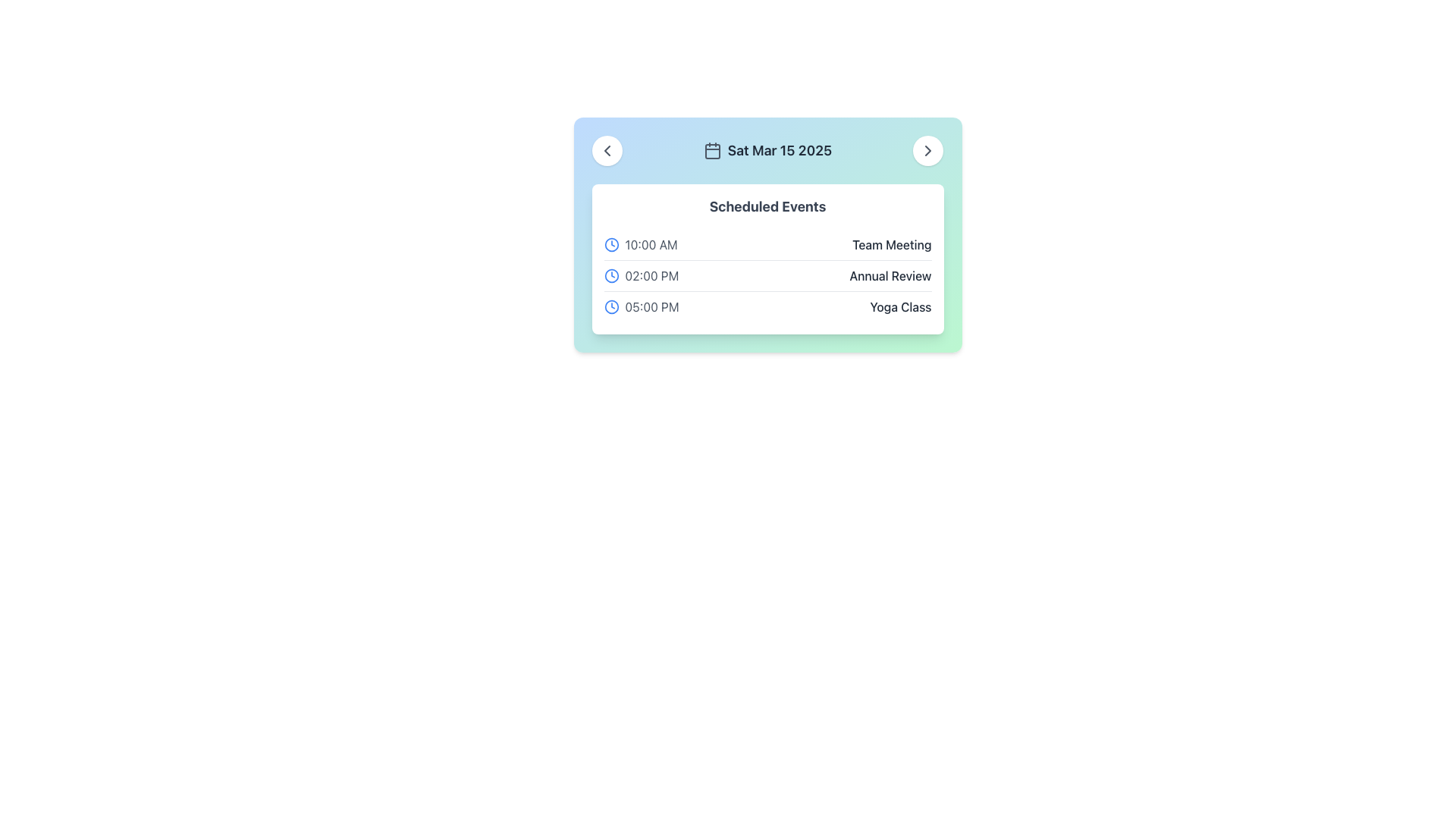 This screenshot has width=1456, height=819. Describe the element at coordinates (892, 244) in the screenshot. I see `the Text Label displaying the title of a scheduled event, located to the right of '10:00 AM' in the event schedule` at that location.